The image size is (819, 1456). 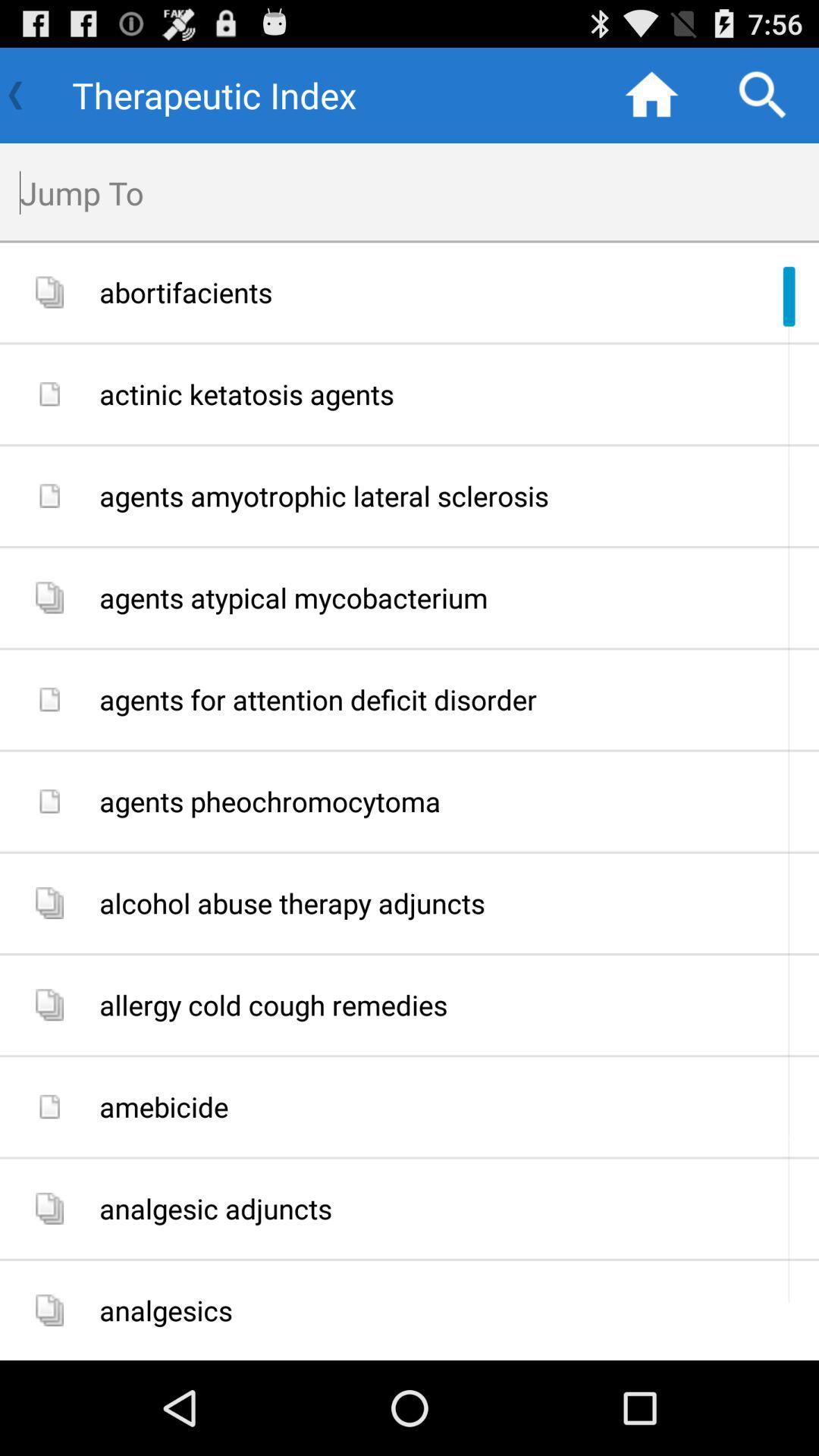 I want to click on item above agents pheochromocytoma icon, so click(x=453, y=698).